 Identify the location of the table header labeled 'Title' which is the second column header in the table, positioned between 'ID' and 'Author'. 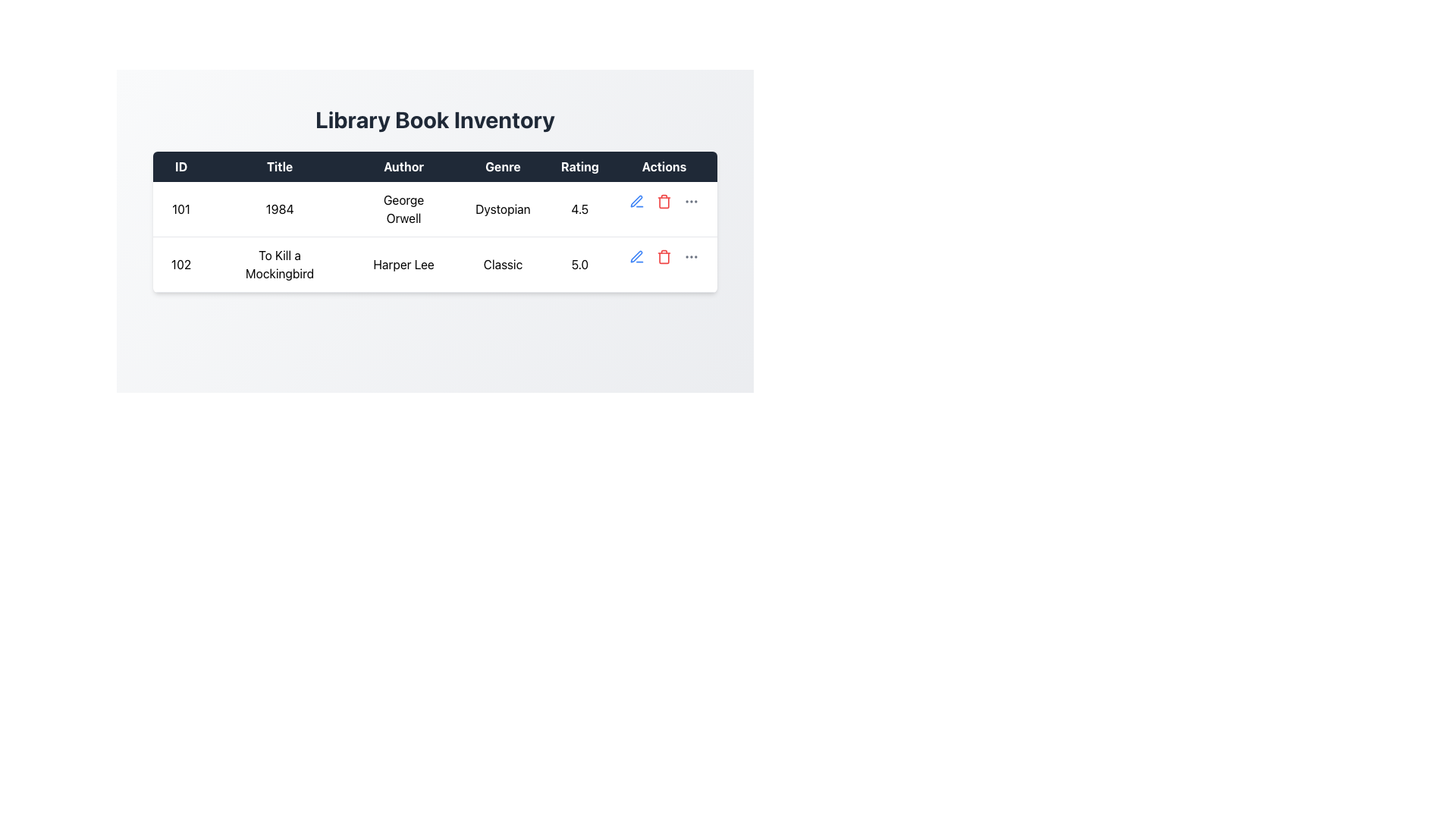
(280, 166).